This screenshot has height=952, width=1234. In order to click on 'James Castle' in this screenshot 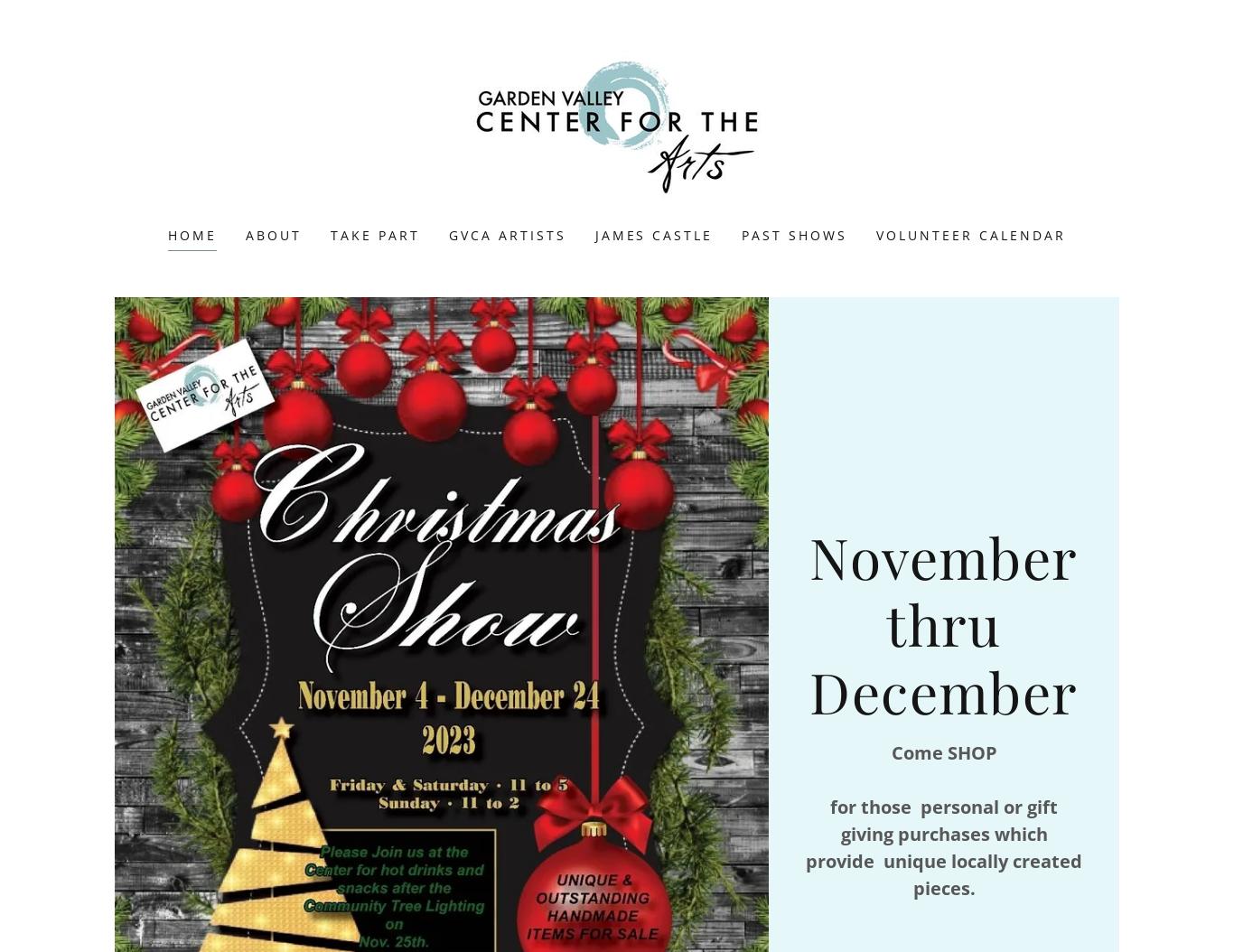, I will do `click(653, 235)`.